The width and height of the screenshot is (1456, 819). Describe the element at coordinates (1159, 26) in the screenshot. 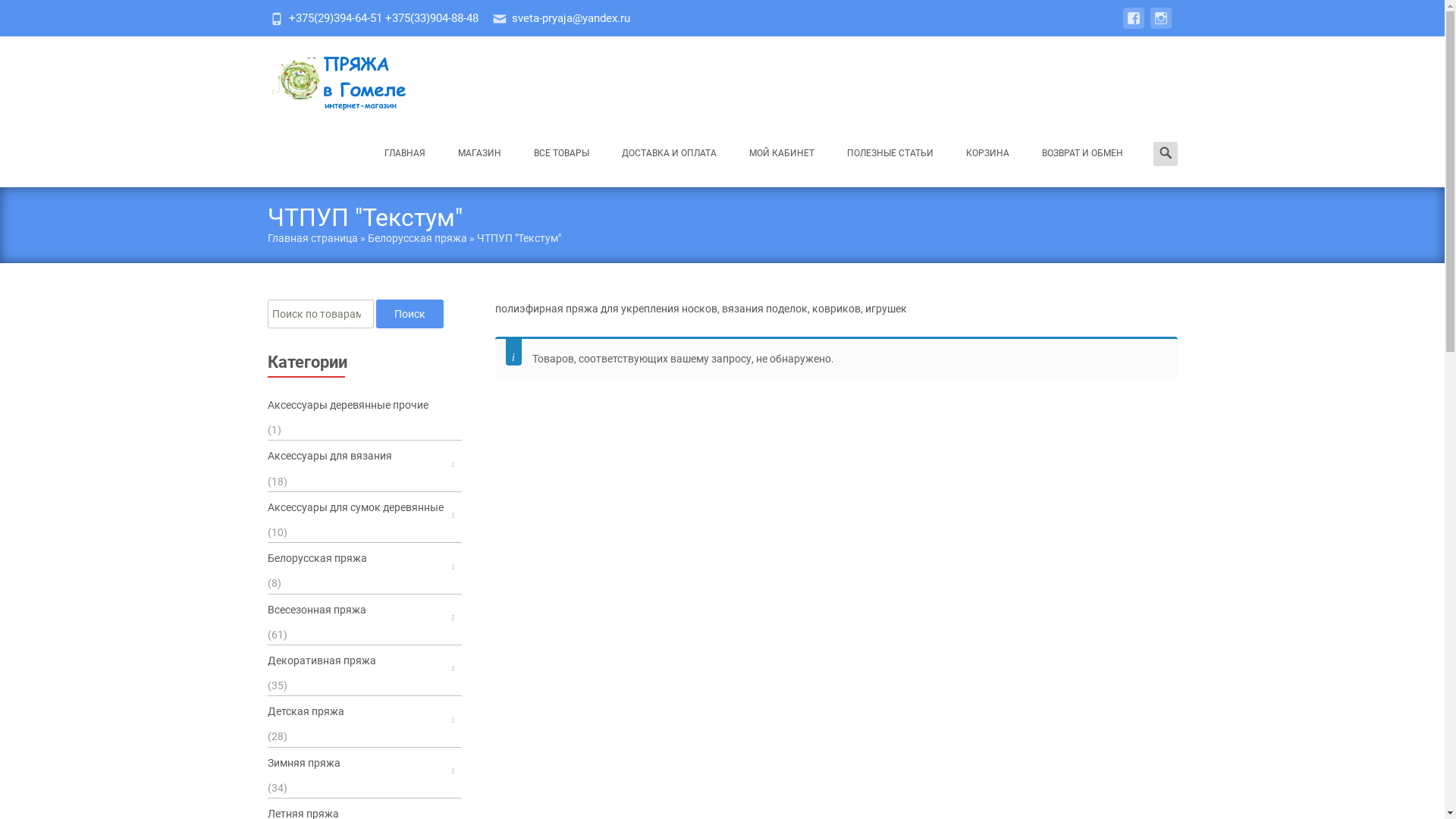

I see `'instagram'` at that location.